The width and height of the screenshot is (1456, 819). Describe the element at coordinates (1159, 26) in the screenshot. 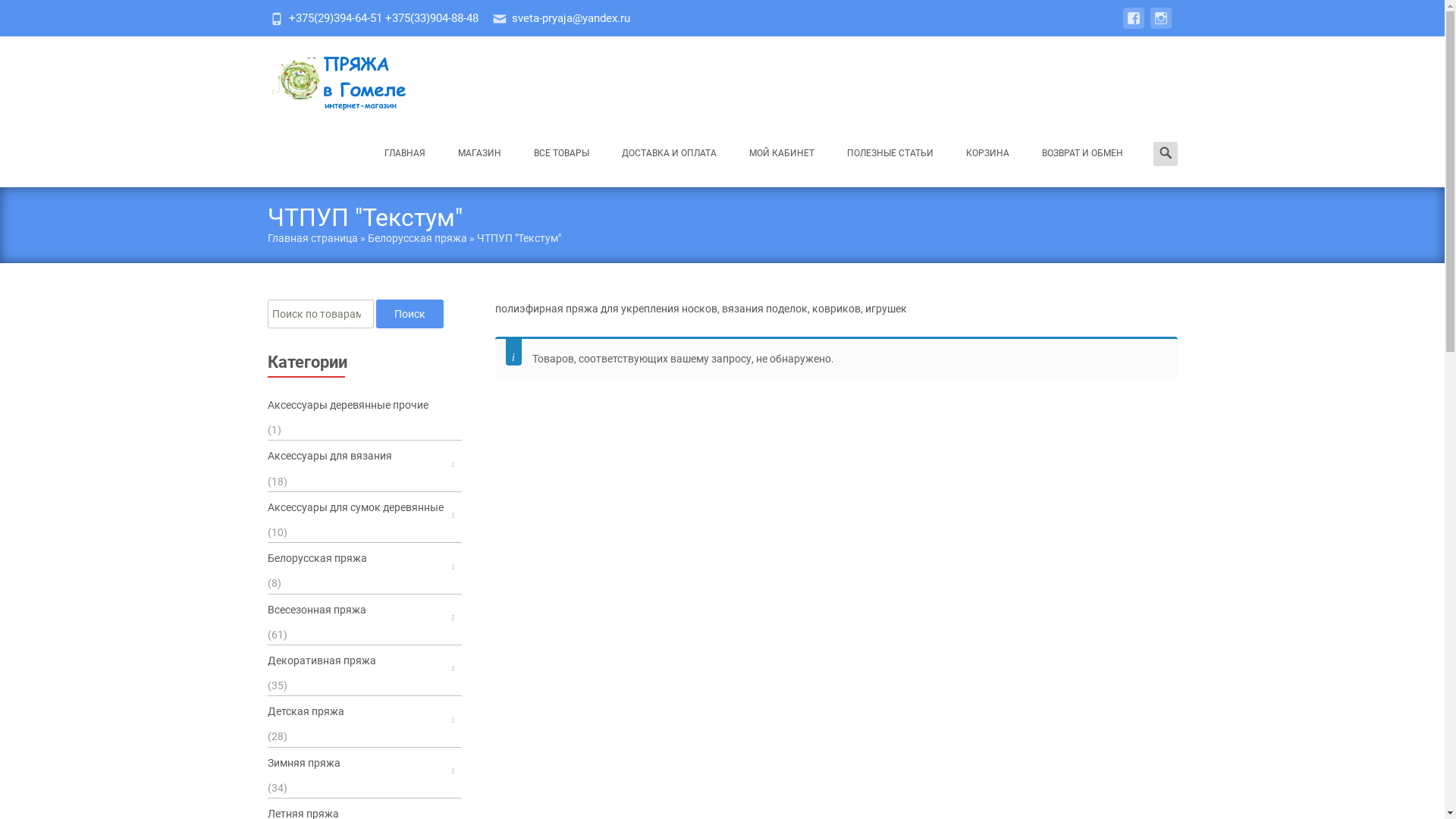

I see `'instagram'` at that location.